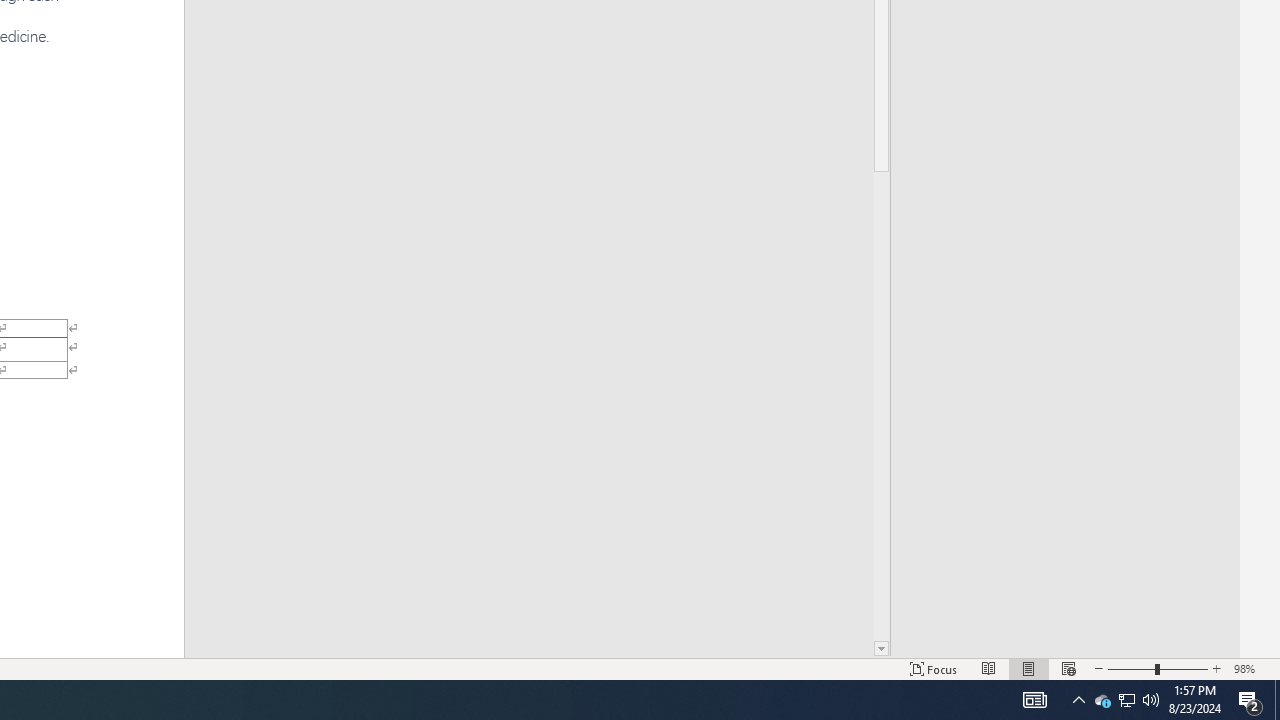 Image resolution: width=1280 pixels, height=720 pixels. I want to click on 'Zoom Out', so click(1131, 669).